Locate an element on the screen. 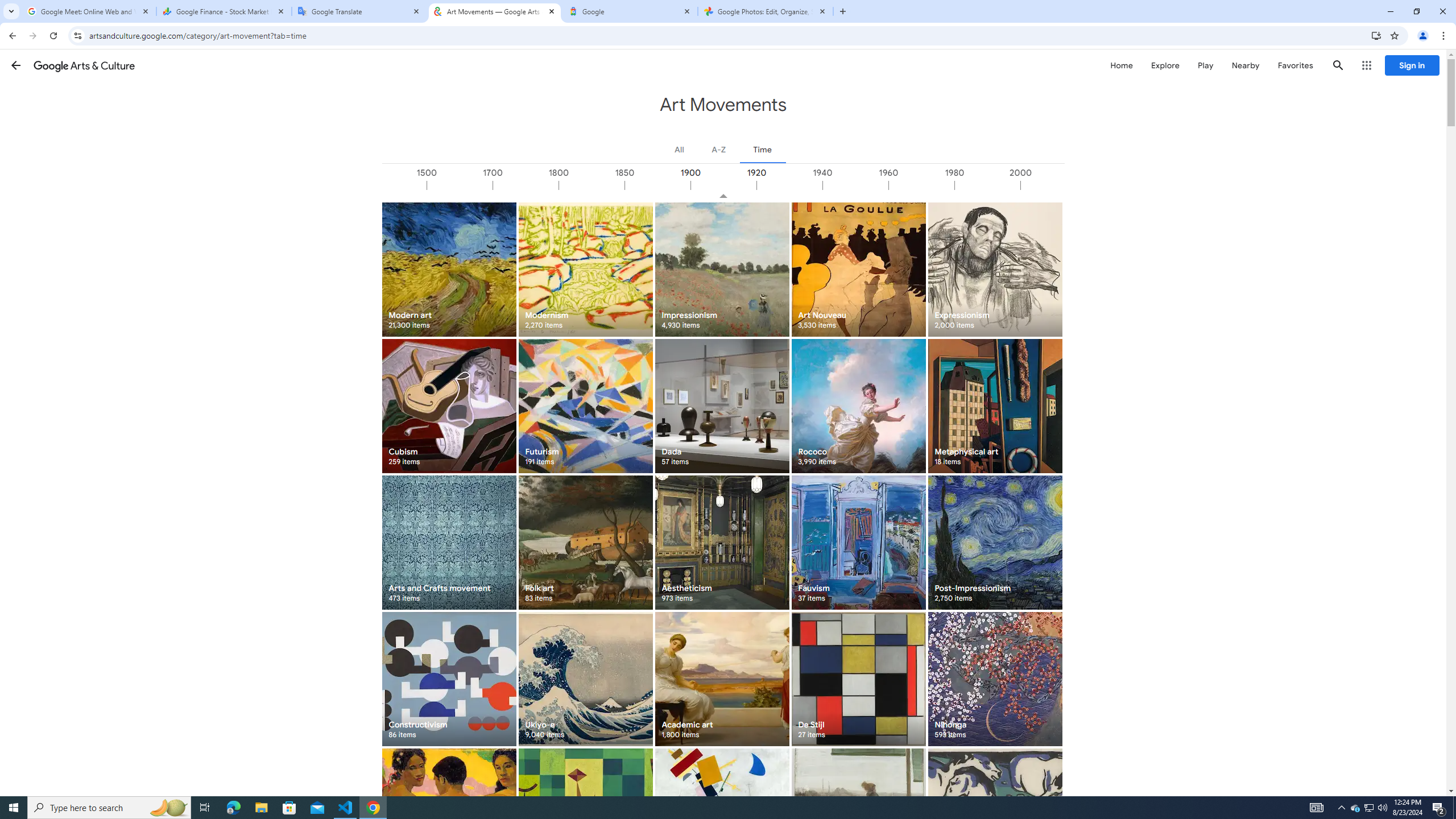 This screenshot has height=819, width=1456. '1980' is located at coordinates (986, 185).